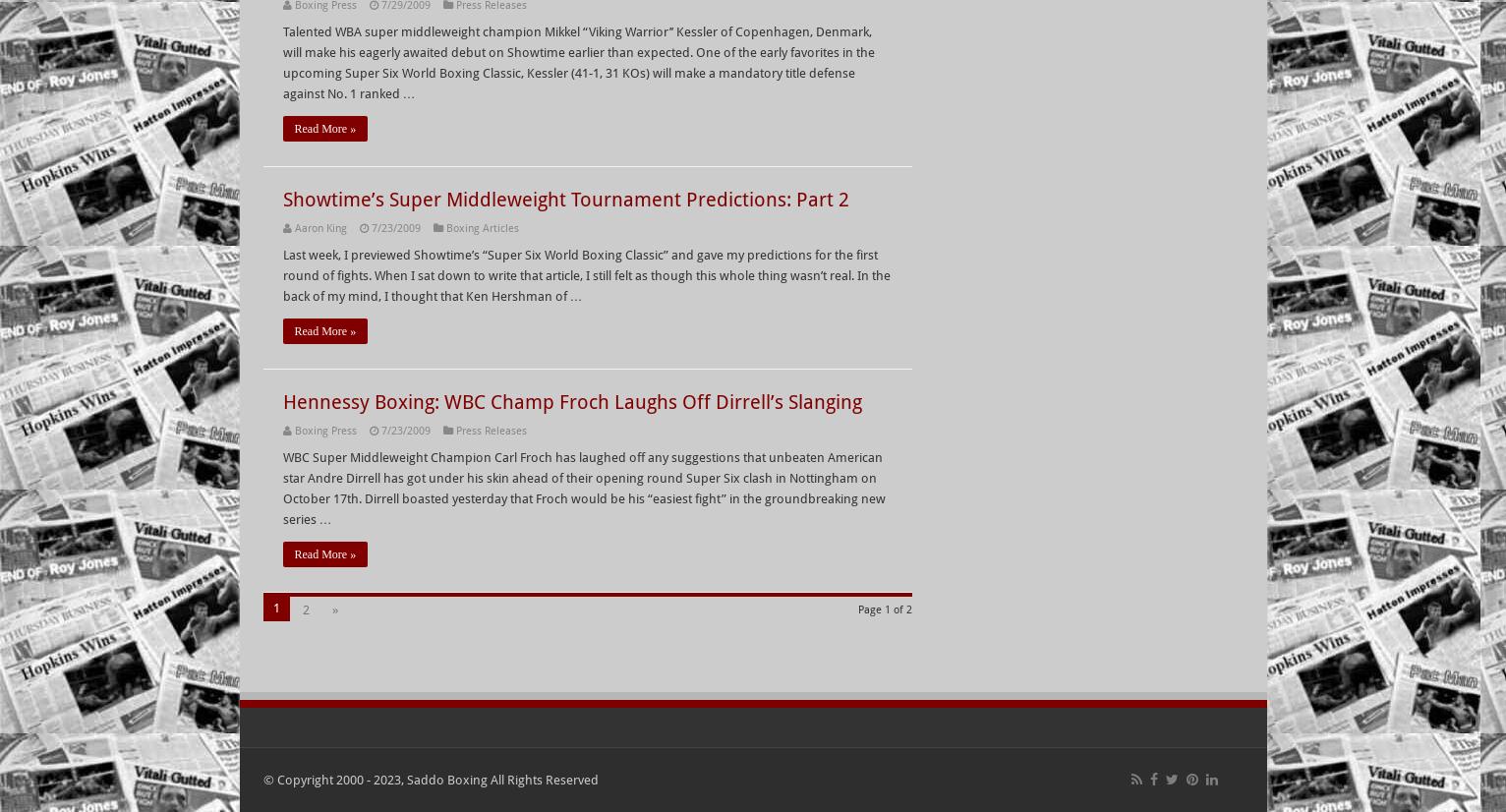 Image resolution: width=1506 pixels, height=812 pixels. I want to click on 'Showtime’s Super Middleweight Tournament Predictions: Part 2', so click(563, 200).